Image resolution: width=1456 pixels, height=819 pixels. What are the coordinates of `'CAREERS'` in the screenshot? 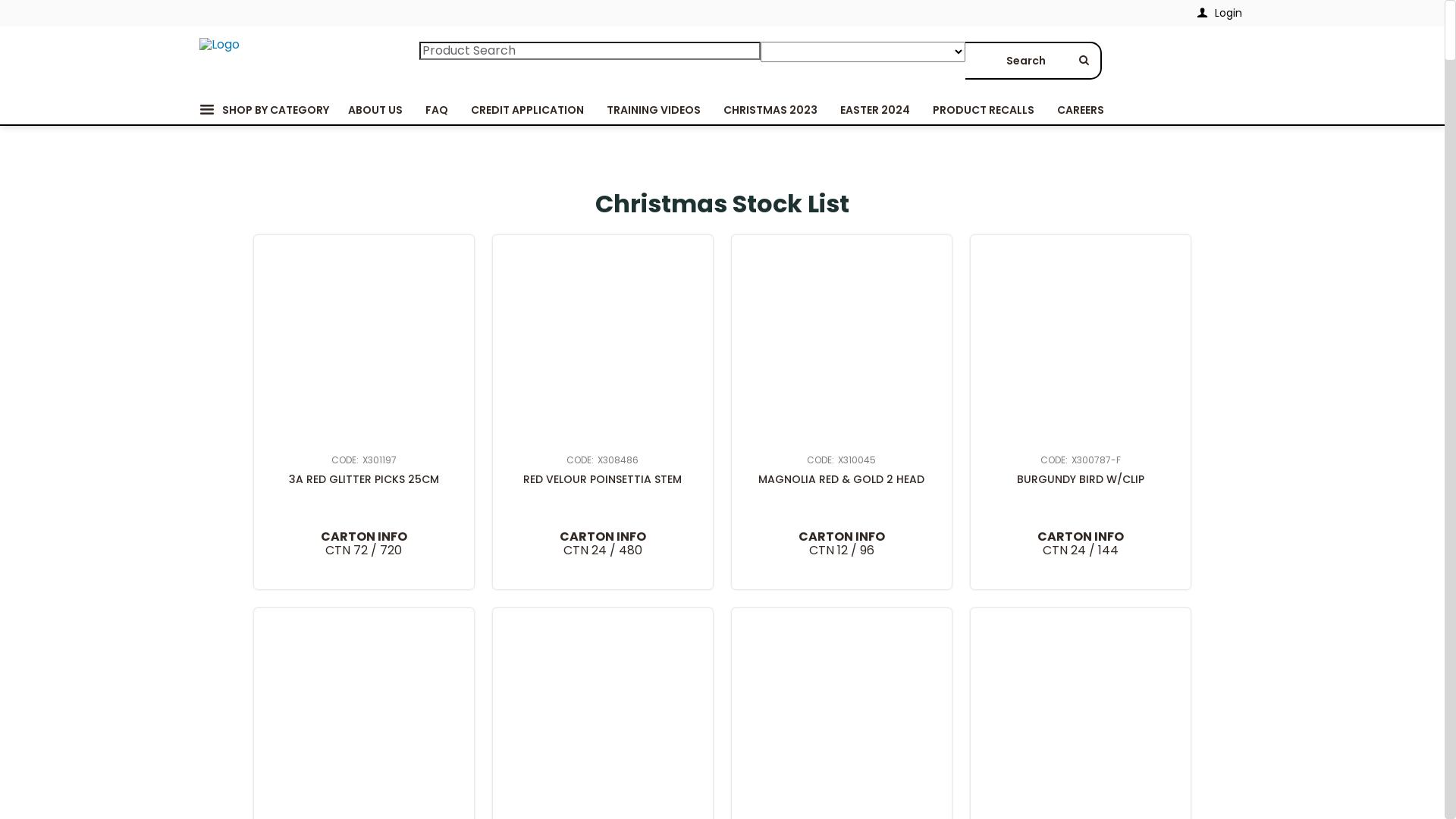 It's located at (1079, 109).